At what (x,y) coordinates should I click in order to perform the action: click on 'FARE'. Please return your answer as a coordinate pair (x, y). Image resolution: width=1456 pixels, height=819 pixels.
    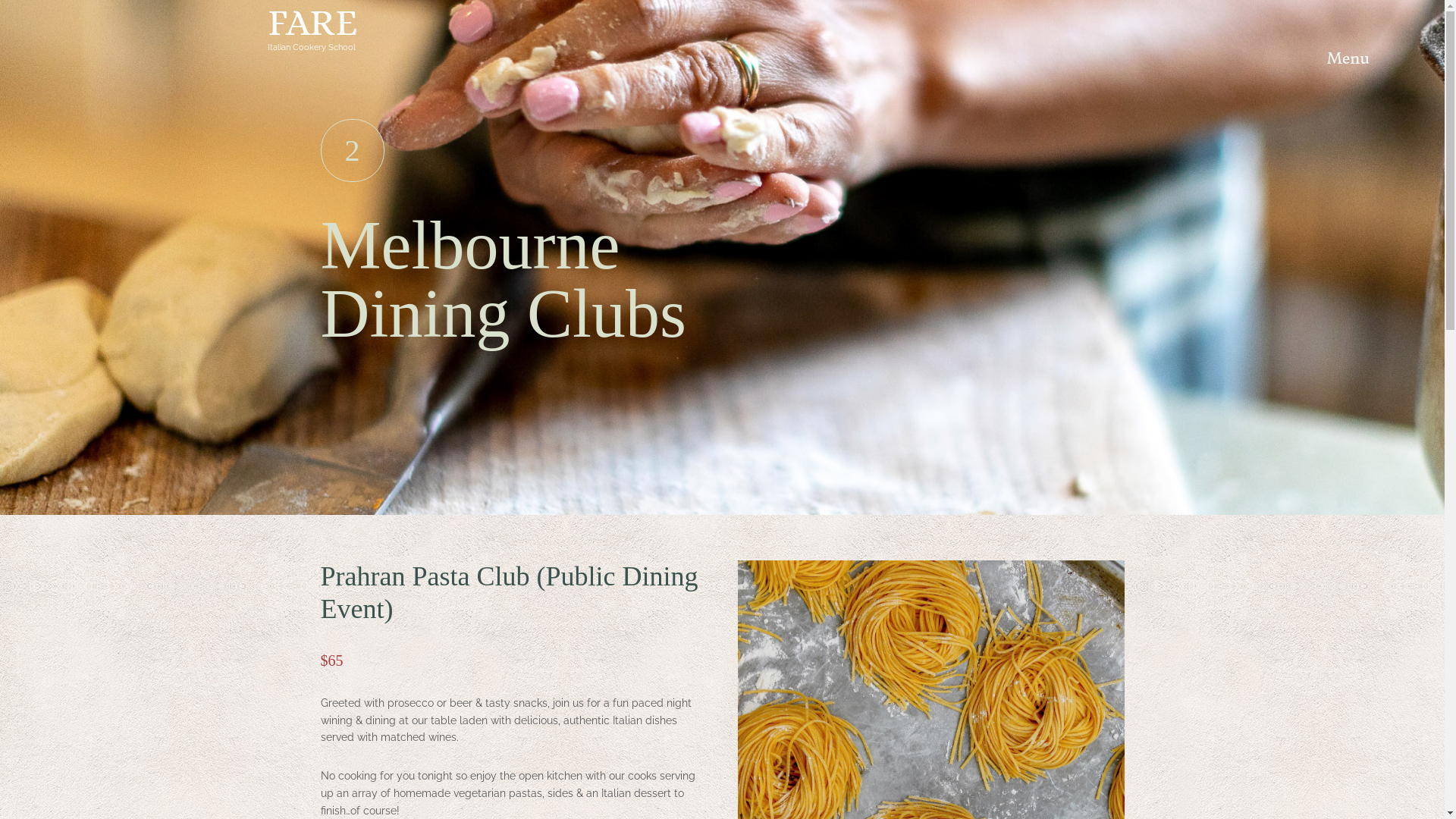
    Looking at the image, I should click on (311, 23).